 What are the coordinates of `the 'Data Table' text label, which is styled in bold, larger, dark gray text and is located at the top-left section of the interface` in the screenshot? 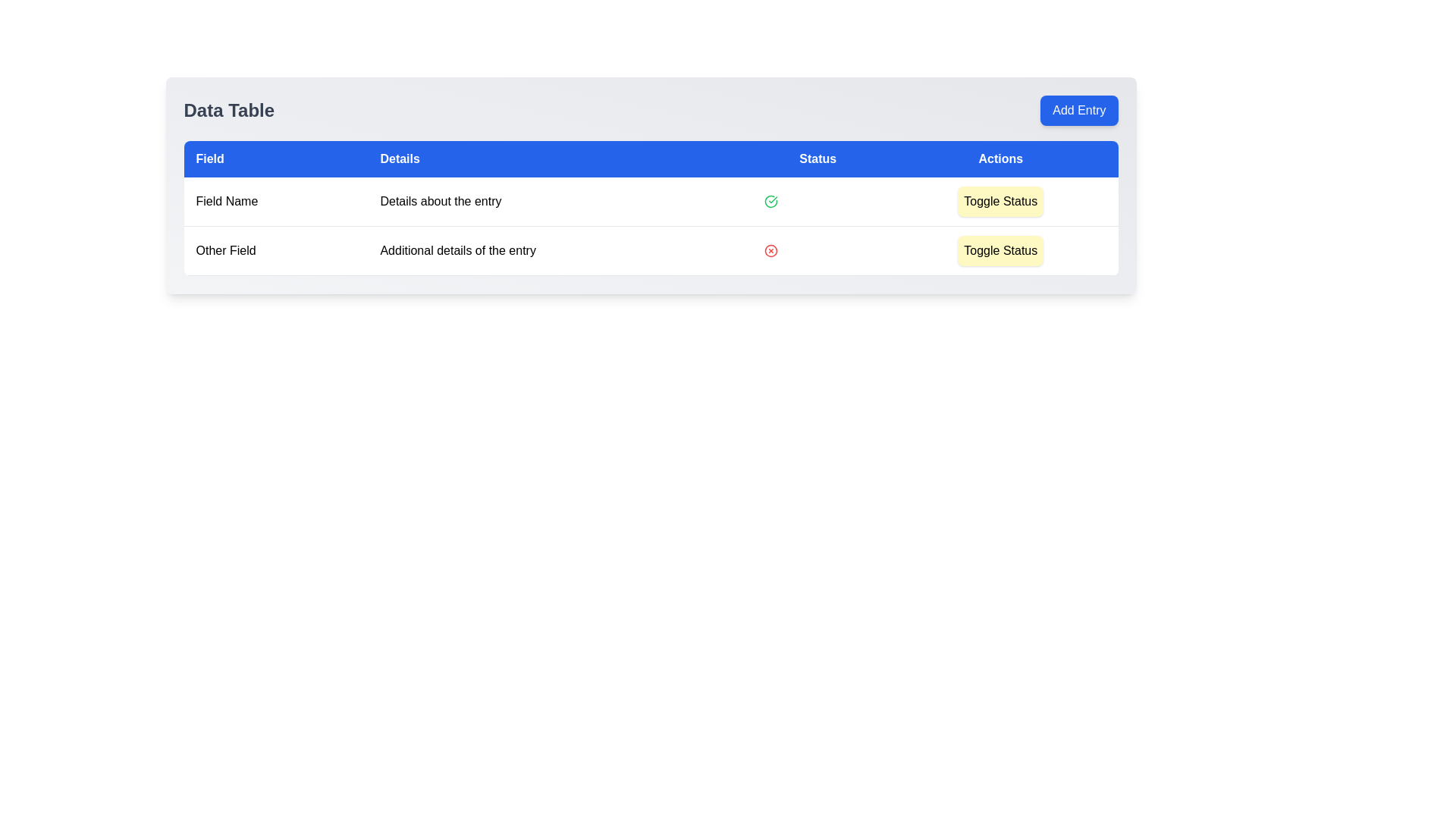 It's located at (228, 110).